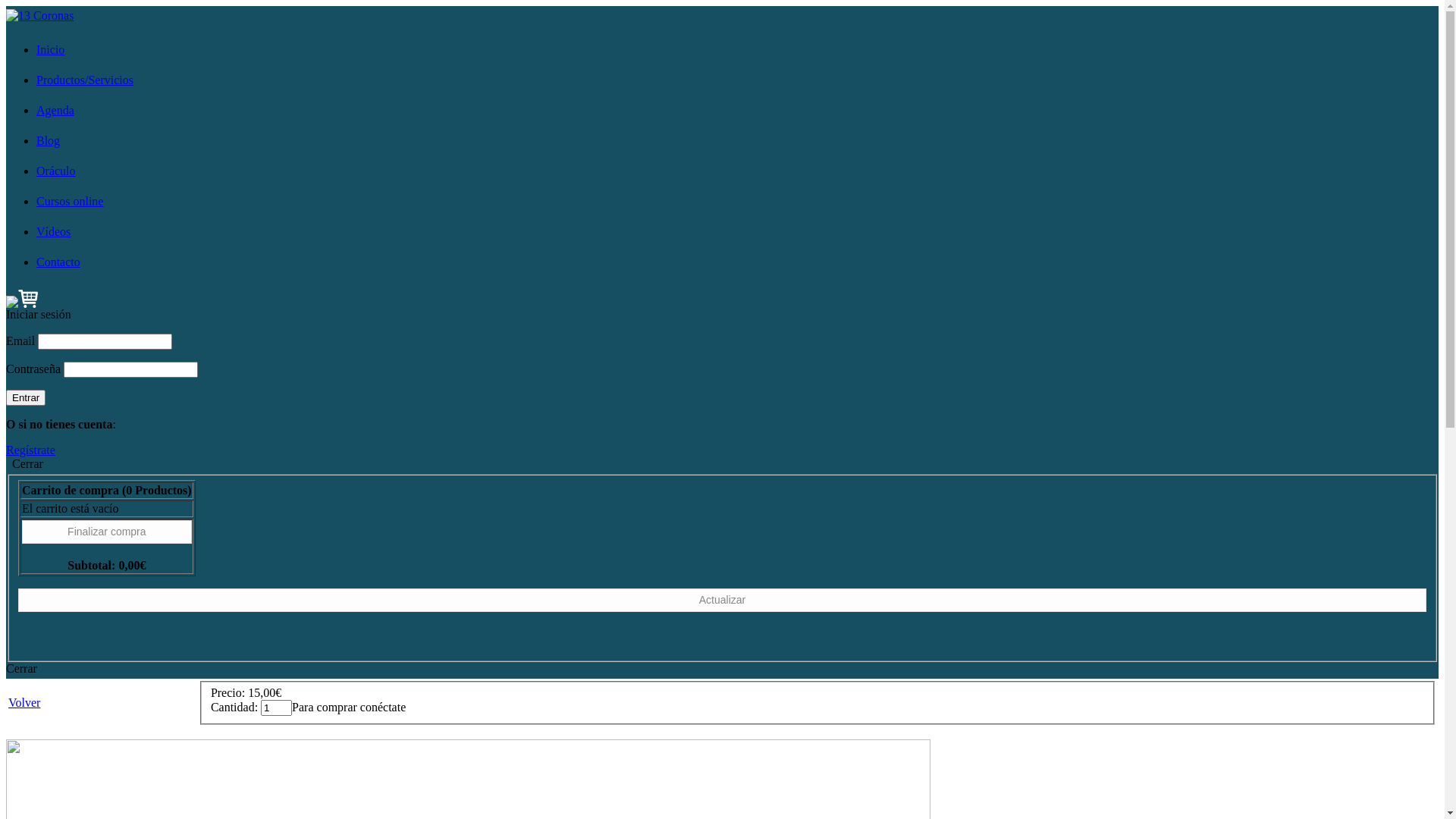 The image size is (1456, 819). I want to click on 'Inicio', so click(50, 49).